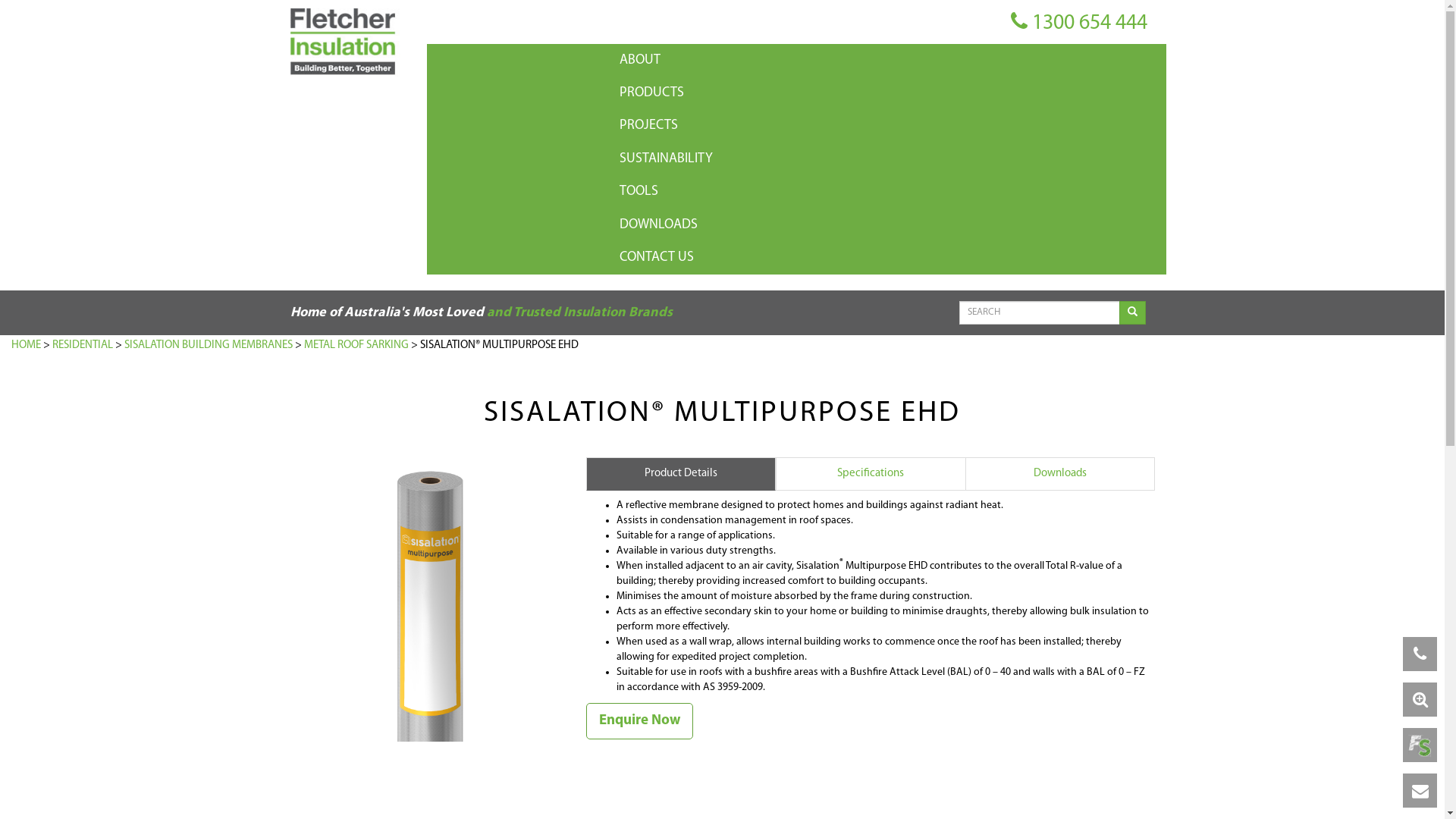  I want to click on 'METAL ROOF SARKING', so click(356, 345).